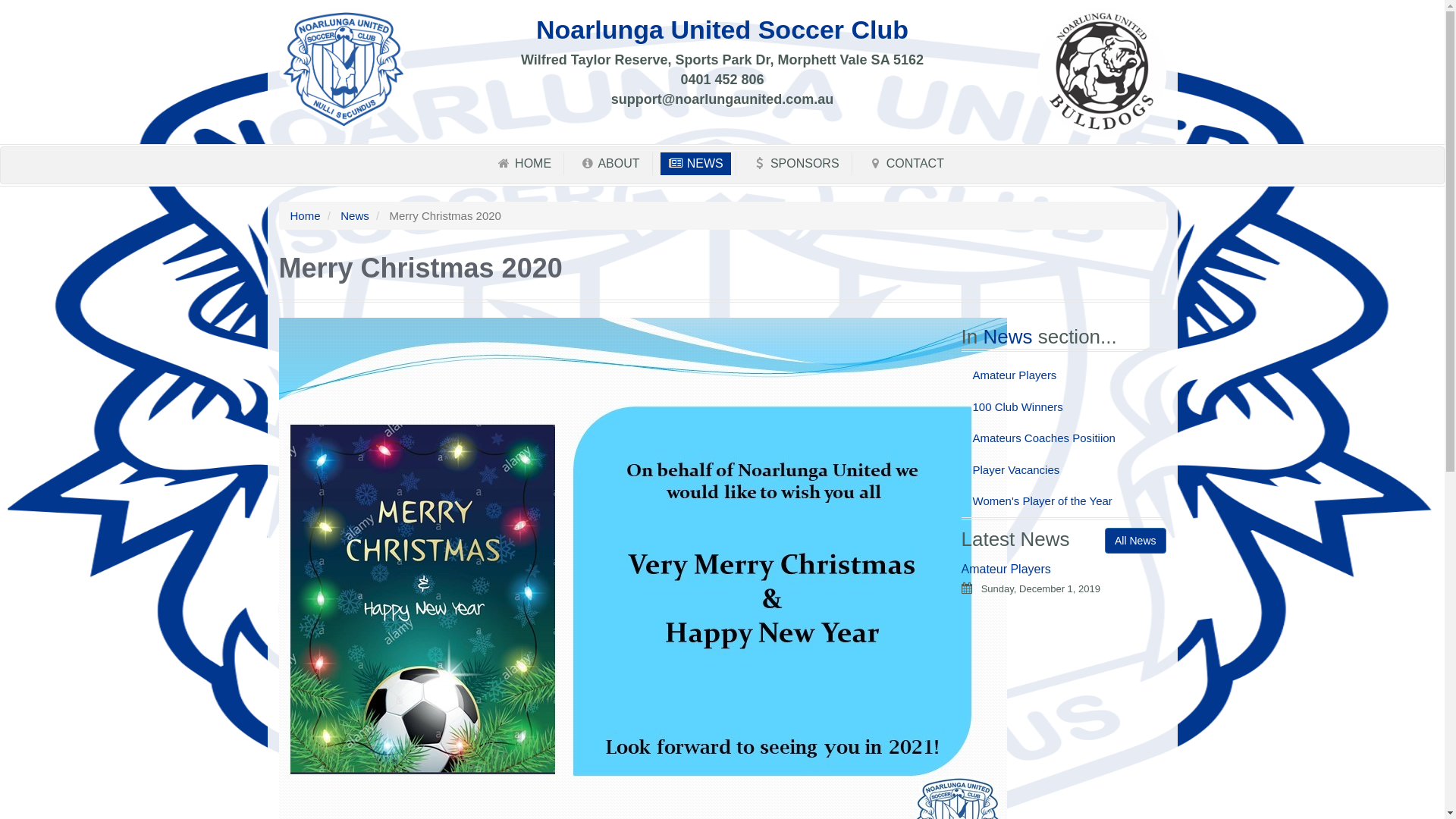 The height and width of the screenshot is (819, 1456). I want to click on '100 Club Winners', so click(1062, 406).